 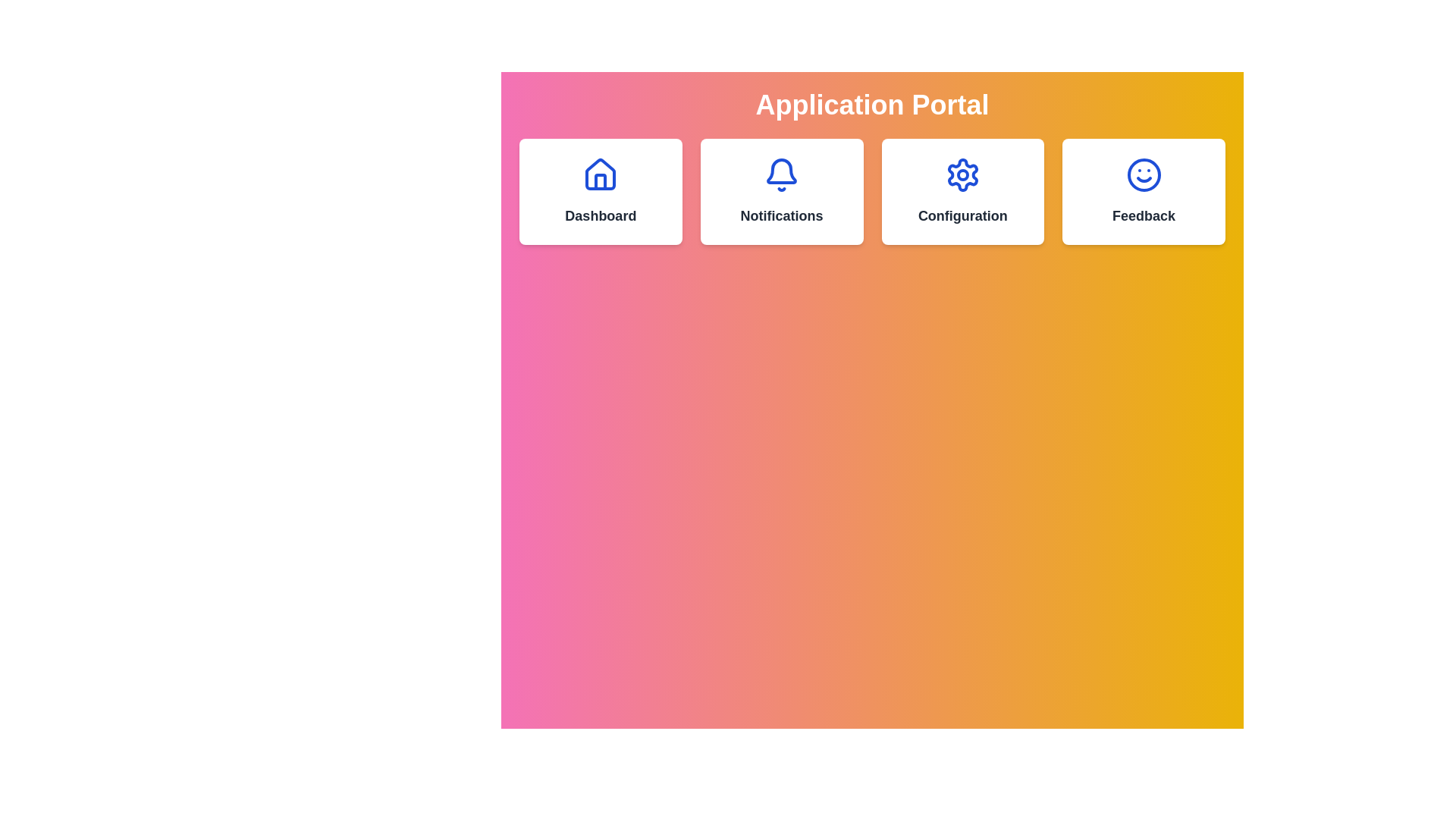 I want to click on the smiley face icon with blue-colored outlines located near the top-center of the Feedback card, which is the last card in a row of four cards, so click(x=1144, y=174).